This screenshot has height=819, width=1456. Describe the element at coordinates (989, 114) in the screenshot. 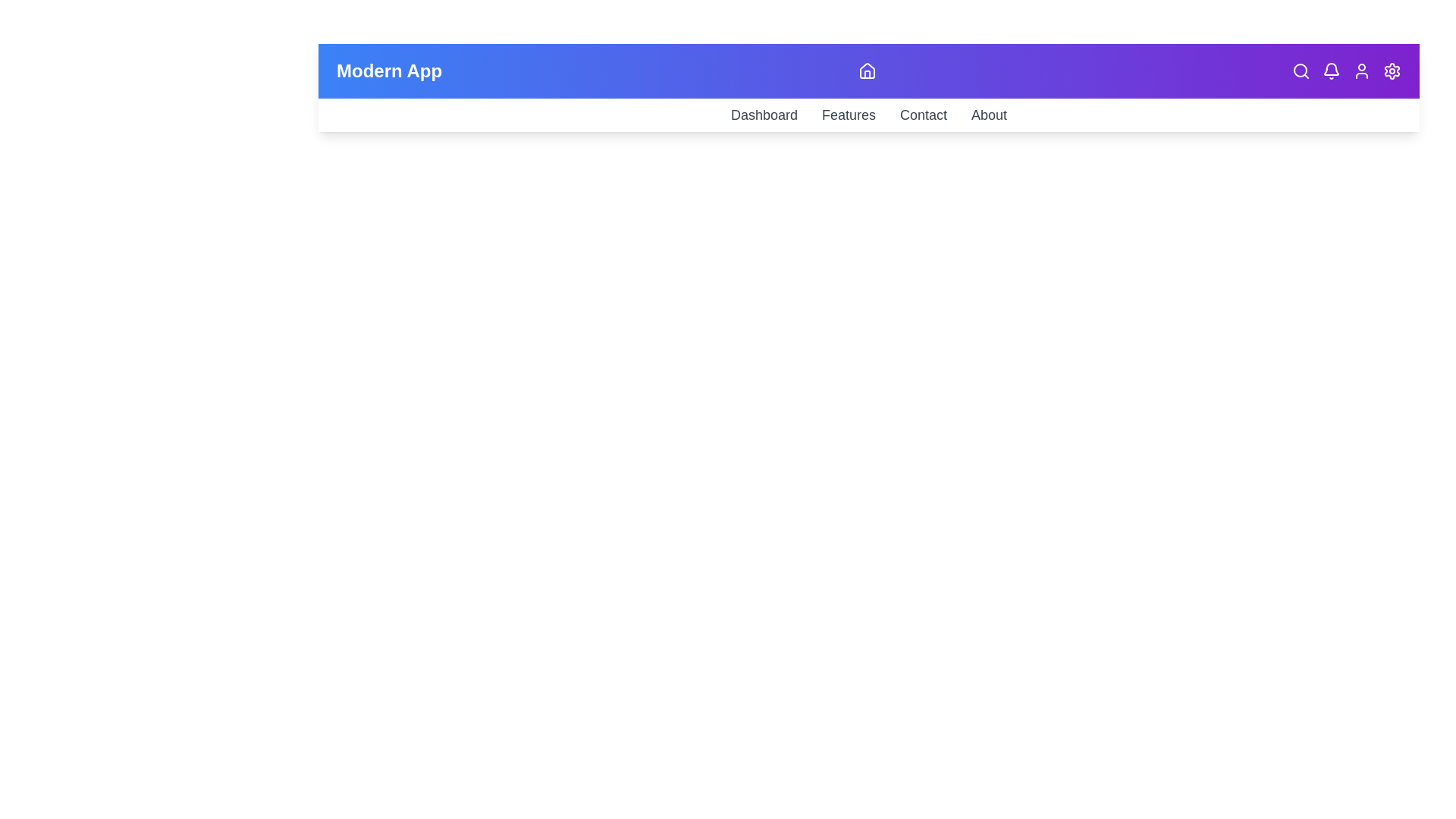

I see `the About navigation link` at that location.